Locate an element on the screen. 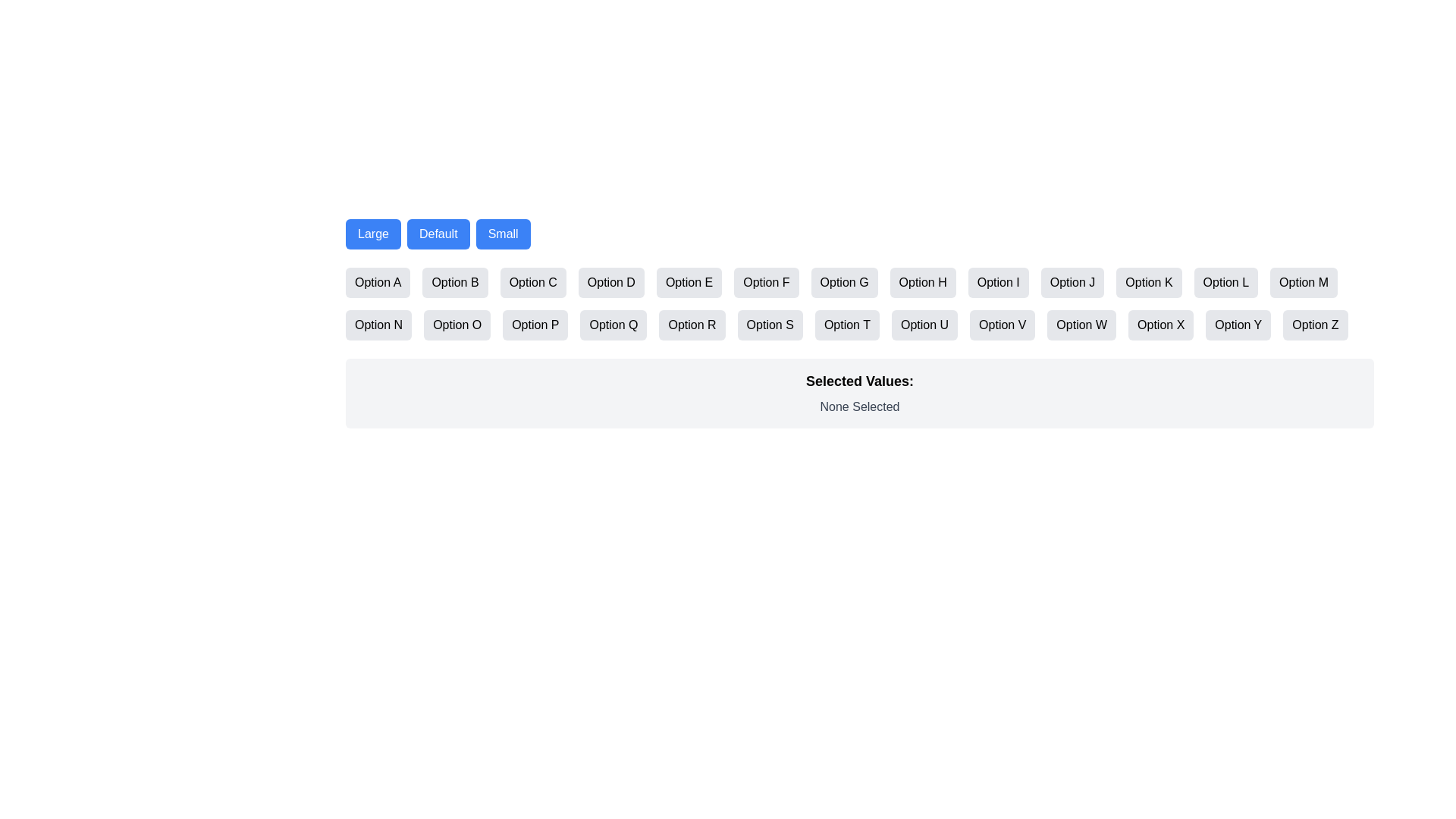 Image resolution: width=1456 pixels, height=819 pixels. the button labeled 'Option Q', which is a rectangular button with rounded corners, light gray background, and black text, located in the second row of the grid and the fourth button from the left is located at coordinates (613, 324).